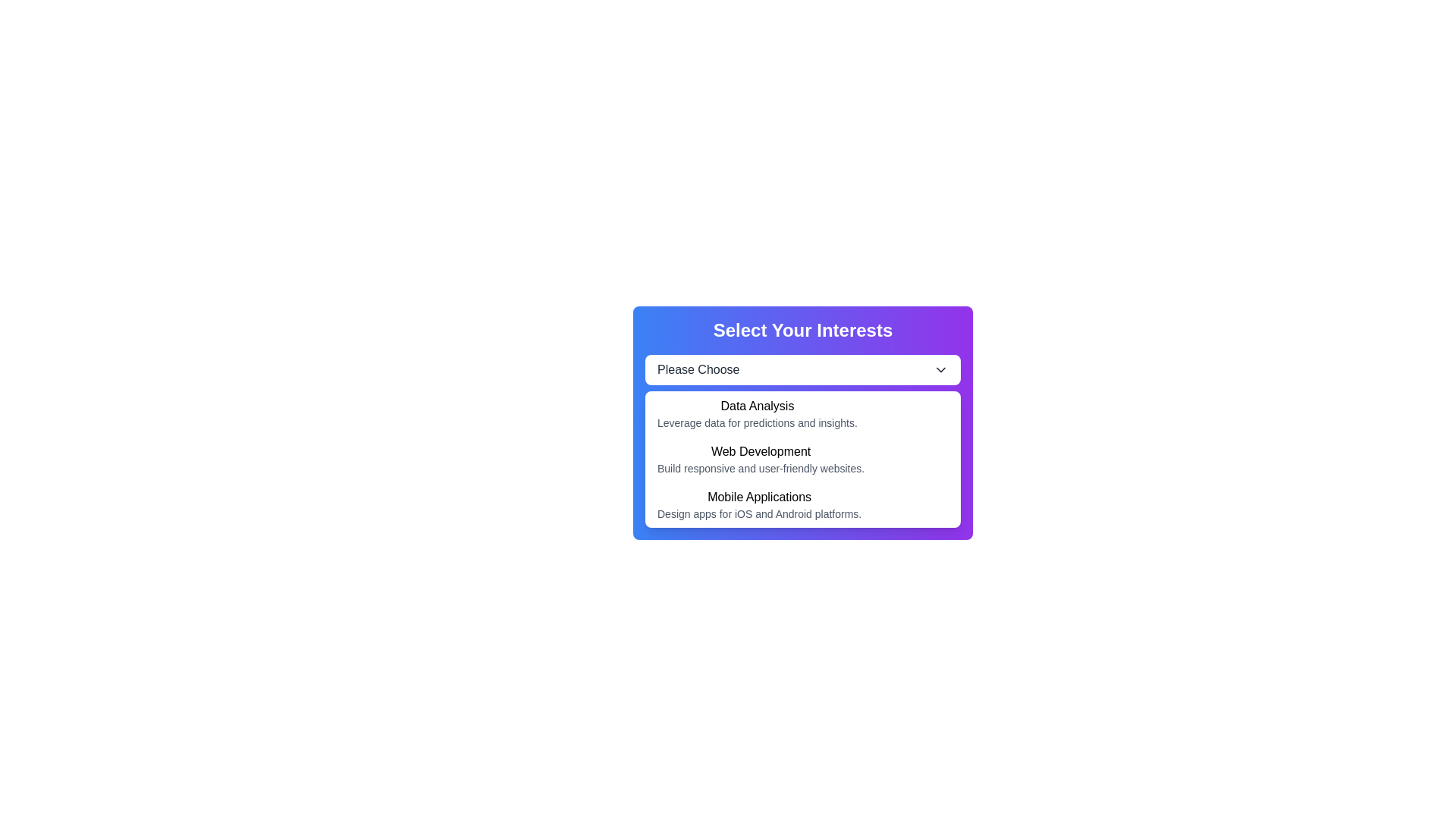  Describe the element at coordinates (759, 505) in the screenshot. I see `the text block titled 'Mobile Applications' with the subtitle 'Design apps for iOS and Android platforms', which is the third item in the list below the dropdown labeled 'Select Your Interests'` at that location.